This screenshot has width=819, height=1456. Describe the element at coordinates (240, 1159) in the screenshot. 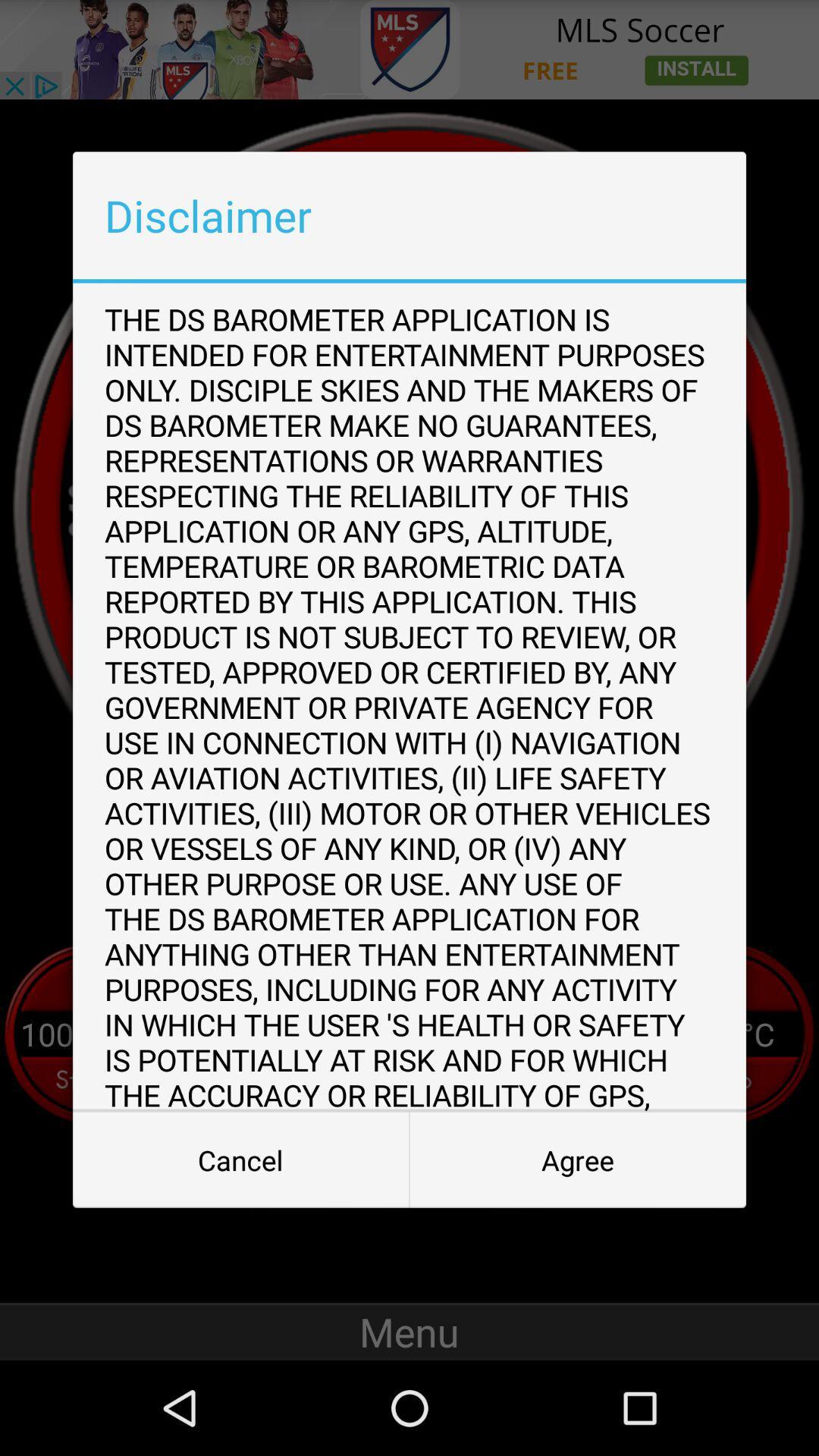

I see `the icon below the ds barometer app` at that location.